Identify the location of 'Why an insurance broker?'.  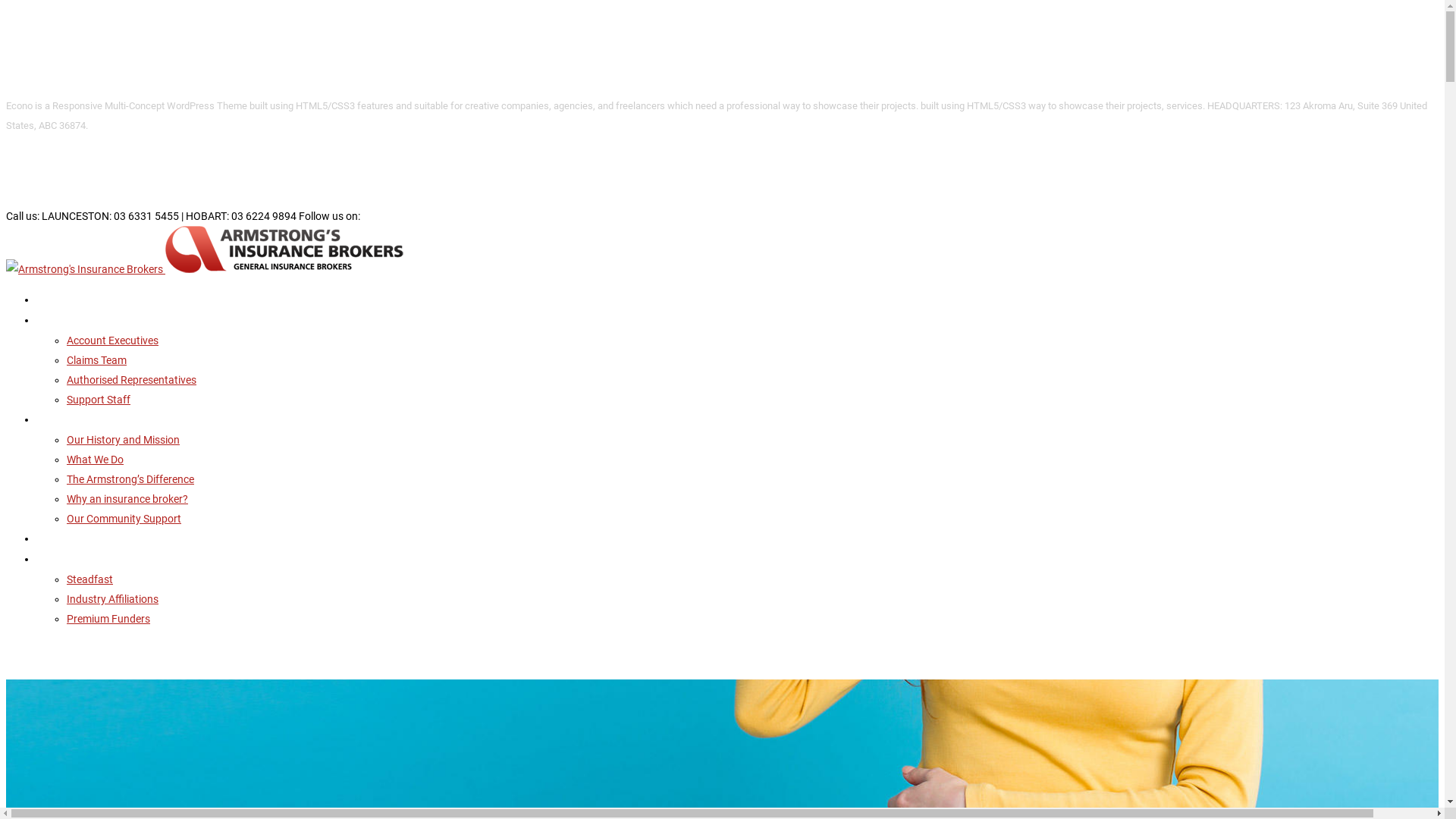
(127, 499).